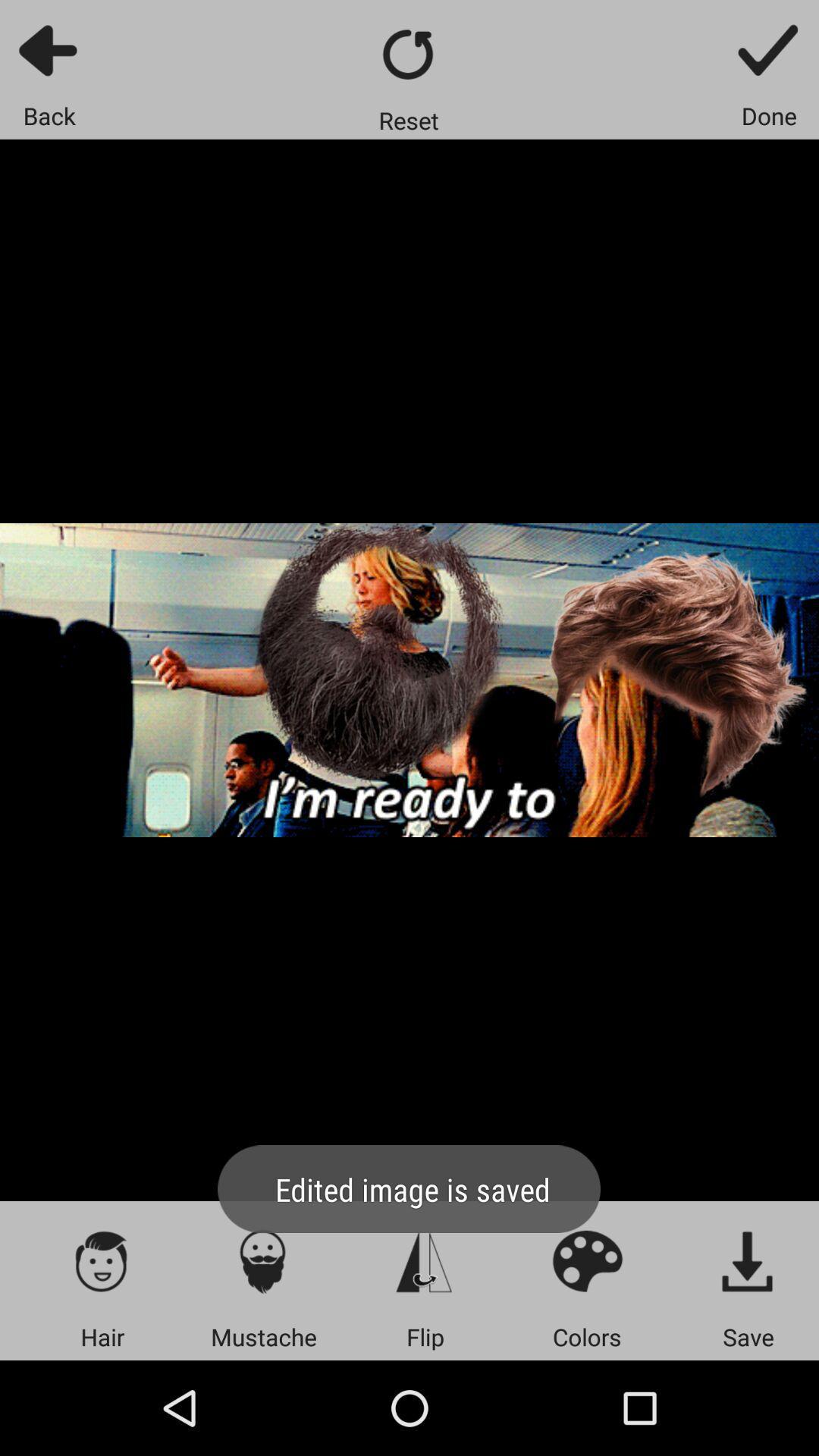 The image size is (819, 1456). Describe the element at coordinates (586, 1260) in the screenshot. I see `the colors` at that location.